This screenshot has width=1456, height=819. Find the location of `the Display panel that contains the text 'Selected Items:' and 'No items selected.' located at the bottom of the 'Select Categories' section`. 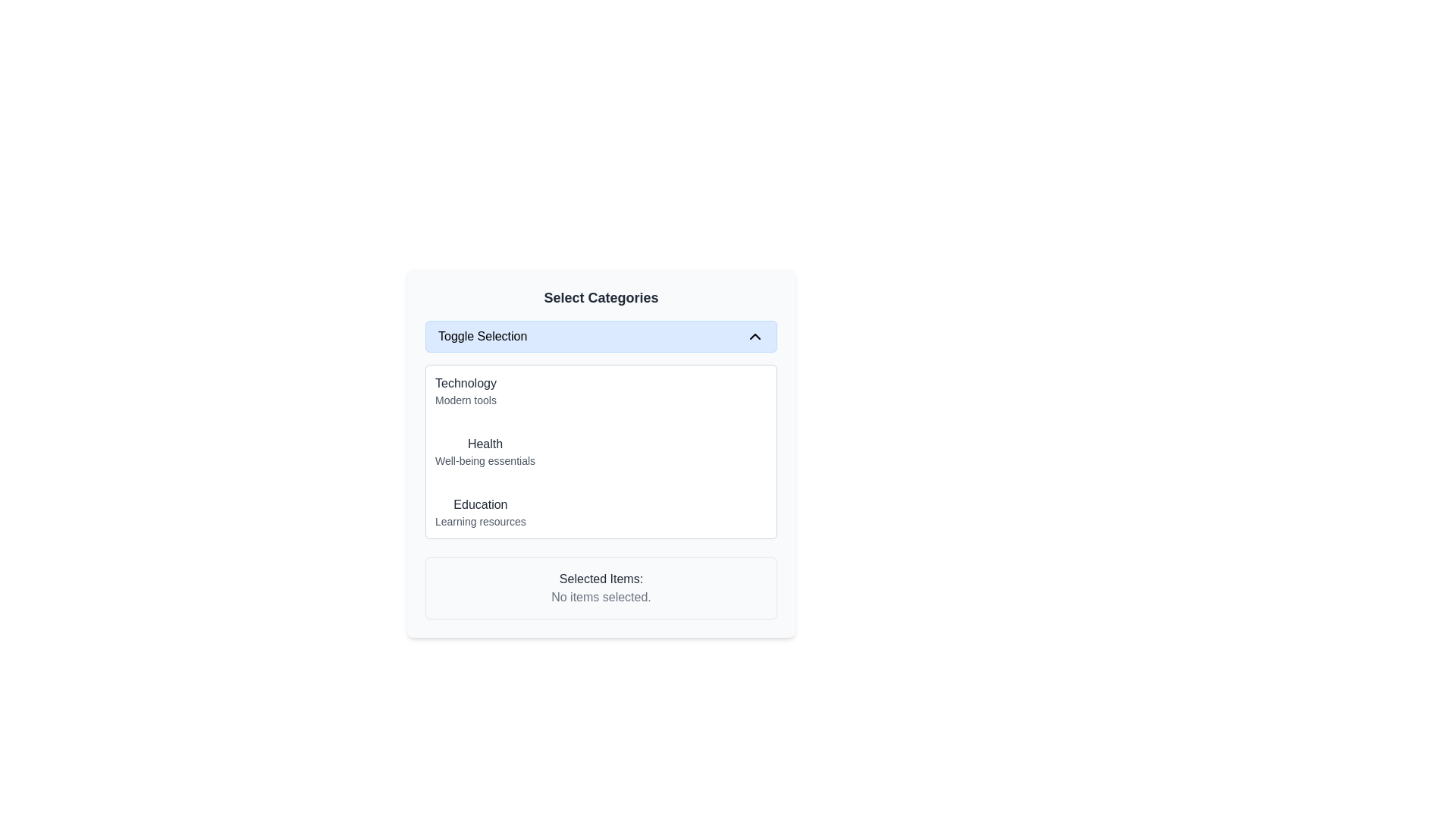

the Display panel that contains the text 'Selected Items:' and 'No items selected.' located at the bottom of the 'Select Categories' section is located at coordinates (600, 587).